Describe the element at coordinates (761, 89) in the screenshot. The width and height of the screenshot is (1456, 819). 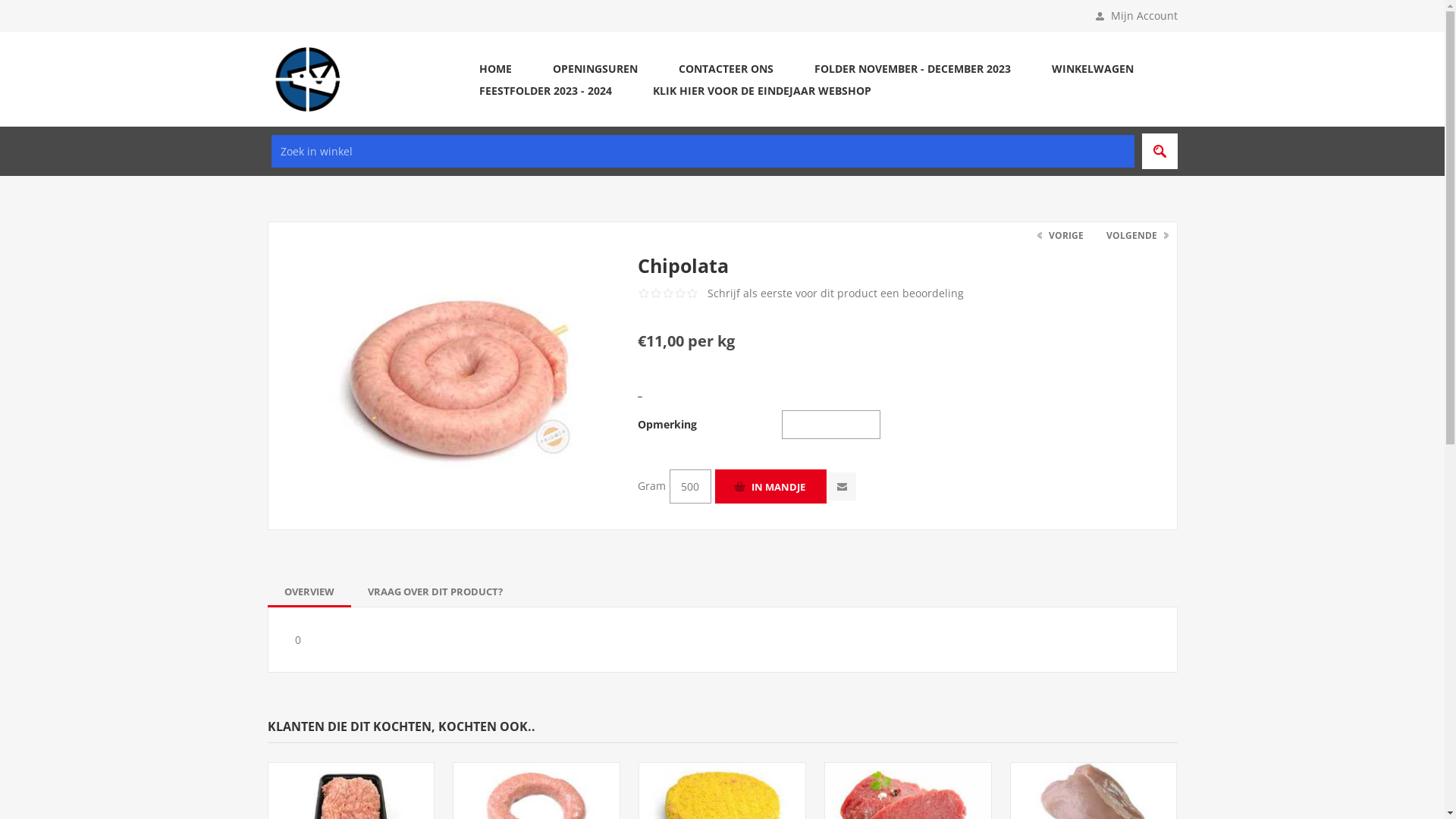
I see `'KLIK HIER VOOR DE EINDEJAAR WEBSHOP'` at that location.